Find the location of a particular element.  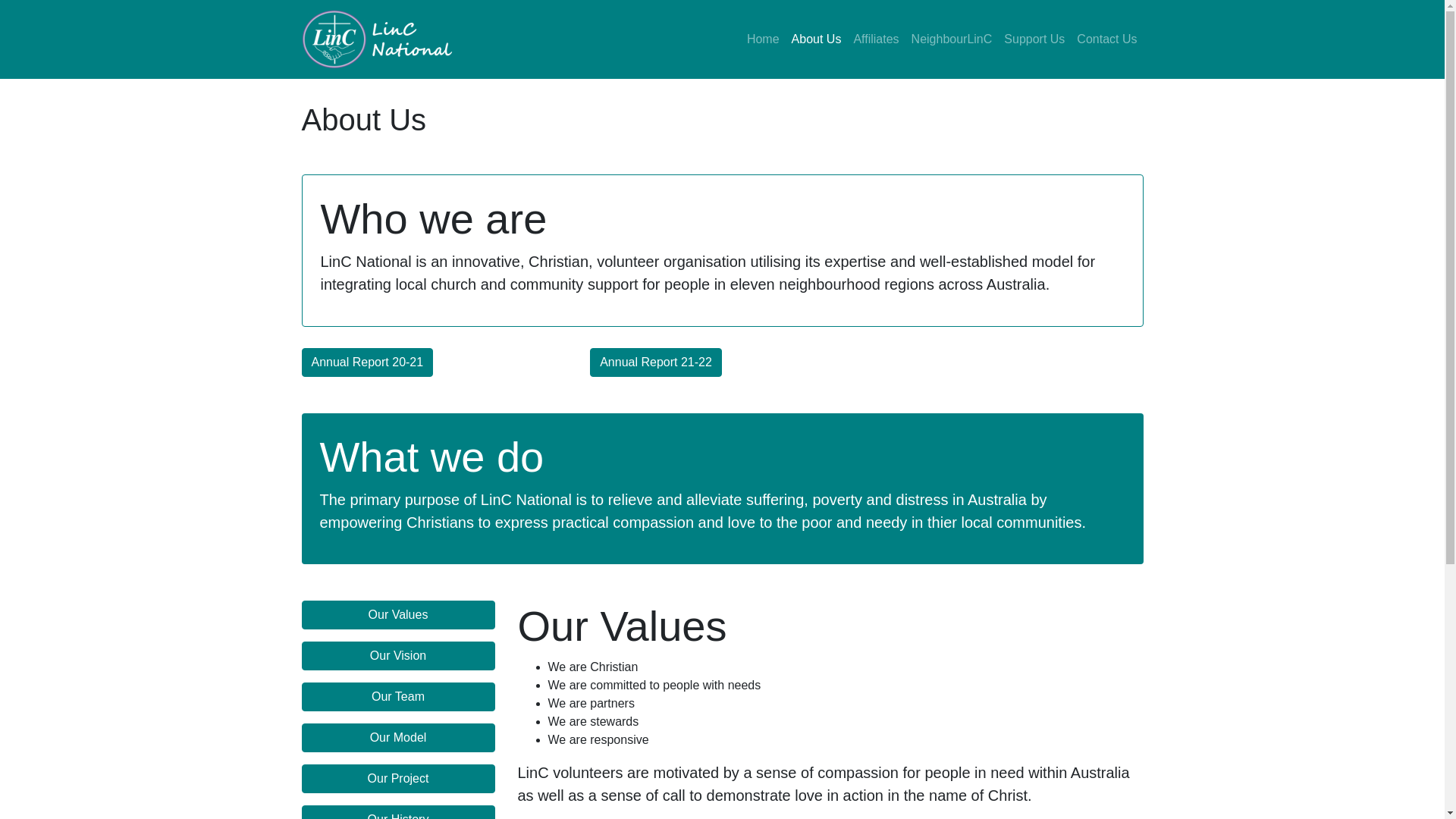

'About Us' is located at coordinates (815, 38).